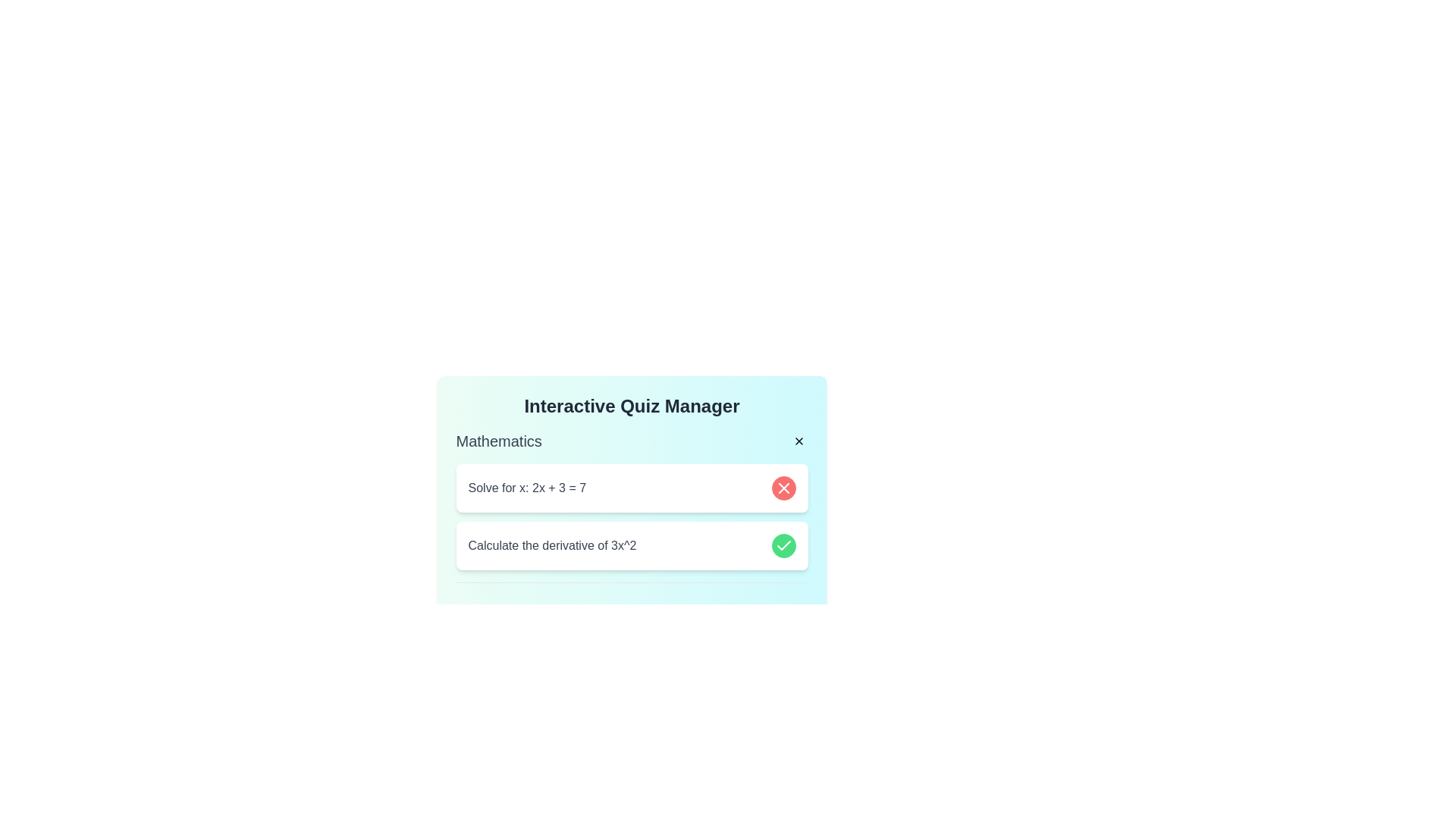 This screenshot has height=819, width=1456. What do you see at coordinates (783, 488) in the screenshot?
I see `the close icon in the top-right corner of the 'Interactive Quiz Manager' interface` at bounding box center [783, 488].